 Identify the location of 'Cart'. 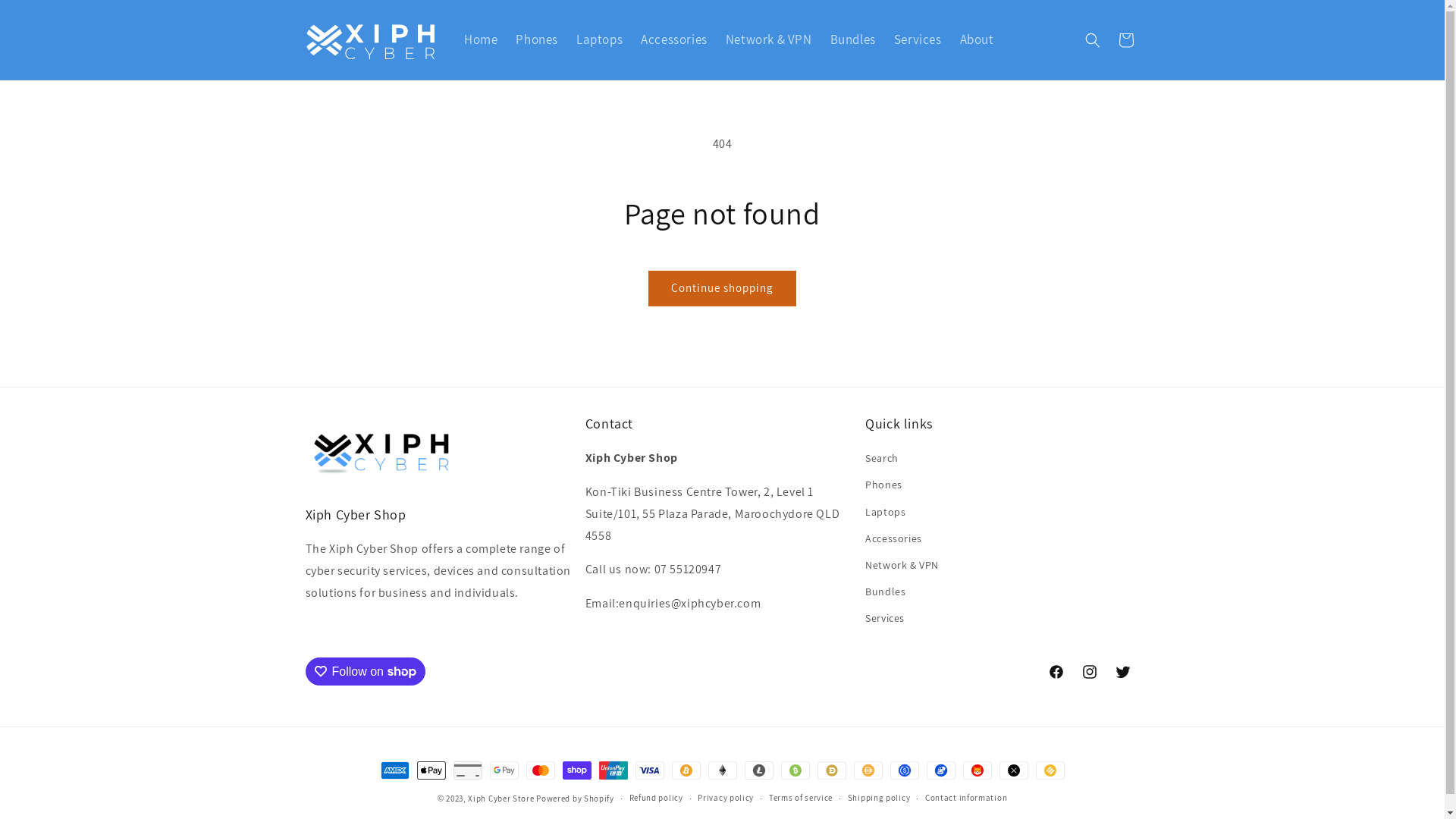
(1125, 39).